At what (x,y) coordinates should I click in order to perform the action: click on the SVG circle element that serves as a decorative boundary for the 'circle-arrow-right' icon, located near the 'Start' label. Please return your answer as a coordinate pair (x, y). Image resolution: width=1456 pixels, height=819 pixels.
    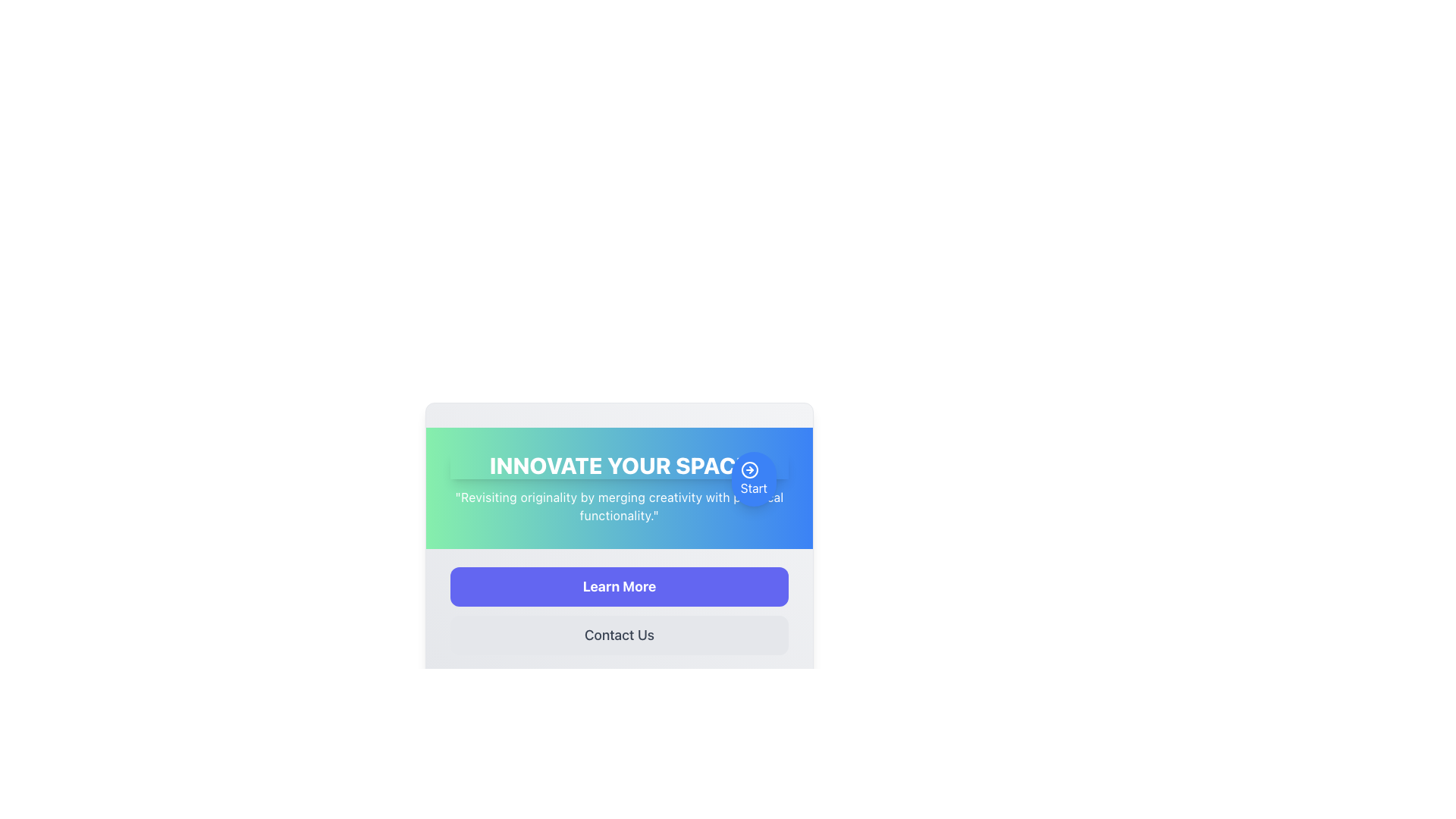
    Looking at the image, I should click on (749, 469).